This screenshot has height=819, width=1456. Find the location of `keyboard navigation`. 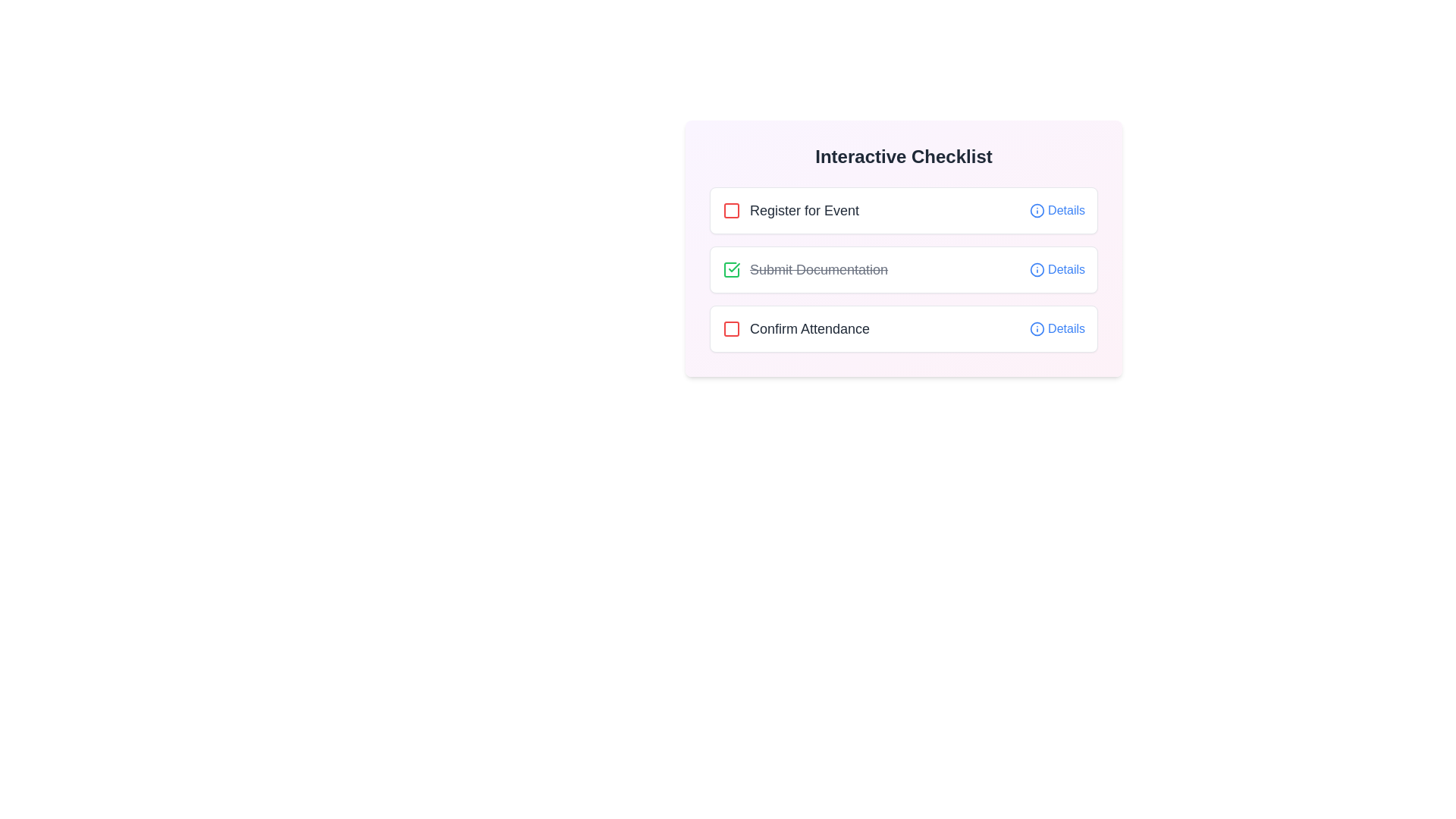

keyboard navigation is located at coordinates (795, 328).